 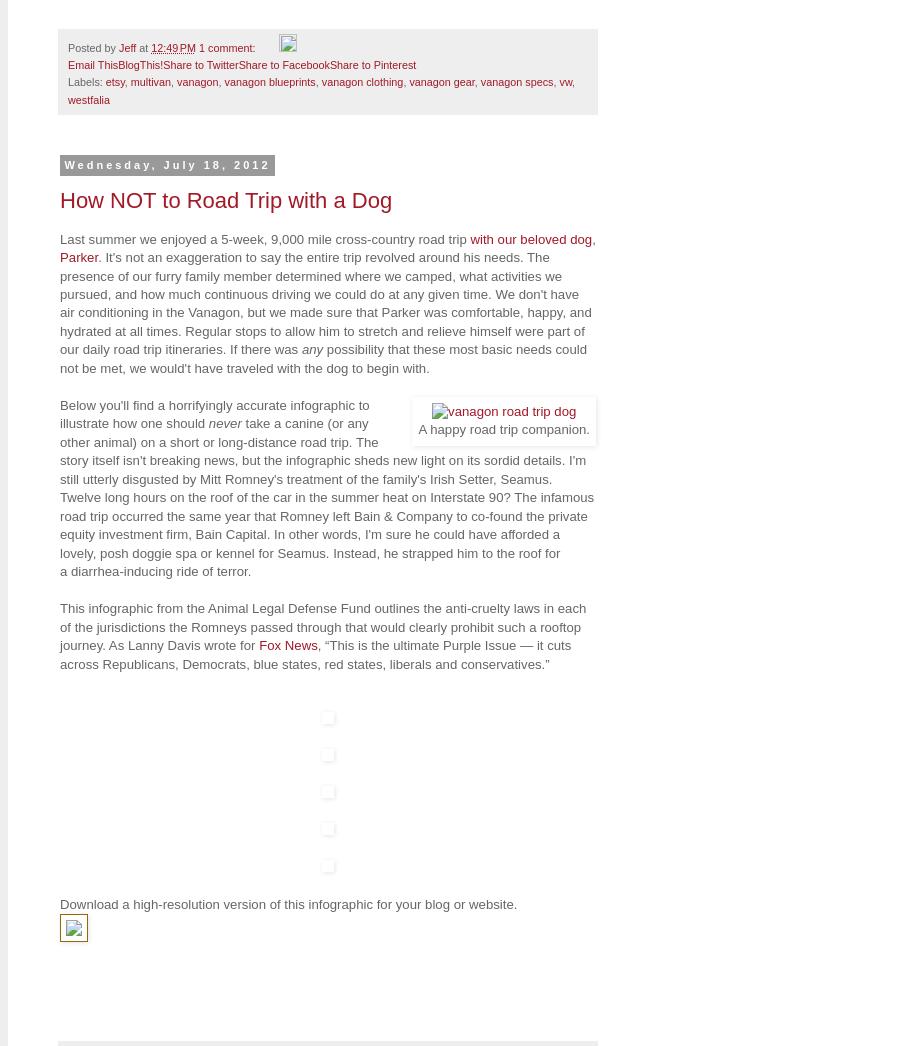 What do you see at coordinates (103, 82) in the screenshot?
I see `'etsy'` at bounding box center [103, 82].